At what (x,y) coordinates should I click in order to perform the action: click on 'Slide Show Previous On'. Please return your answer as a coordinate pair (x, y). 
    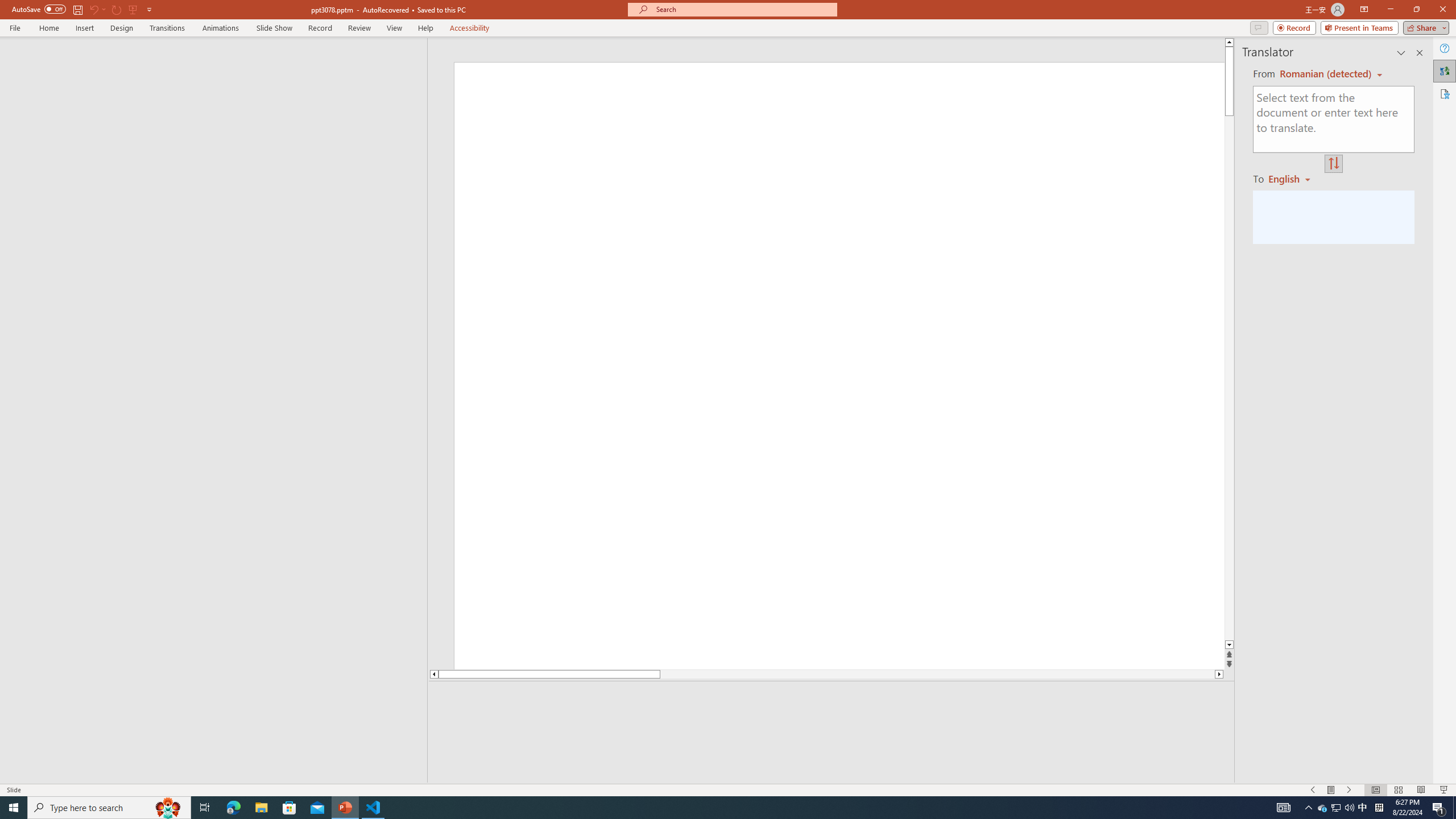
    Looking at the image, I should click on (1313, 790).